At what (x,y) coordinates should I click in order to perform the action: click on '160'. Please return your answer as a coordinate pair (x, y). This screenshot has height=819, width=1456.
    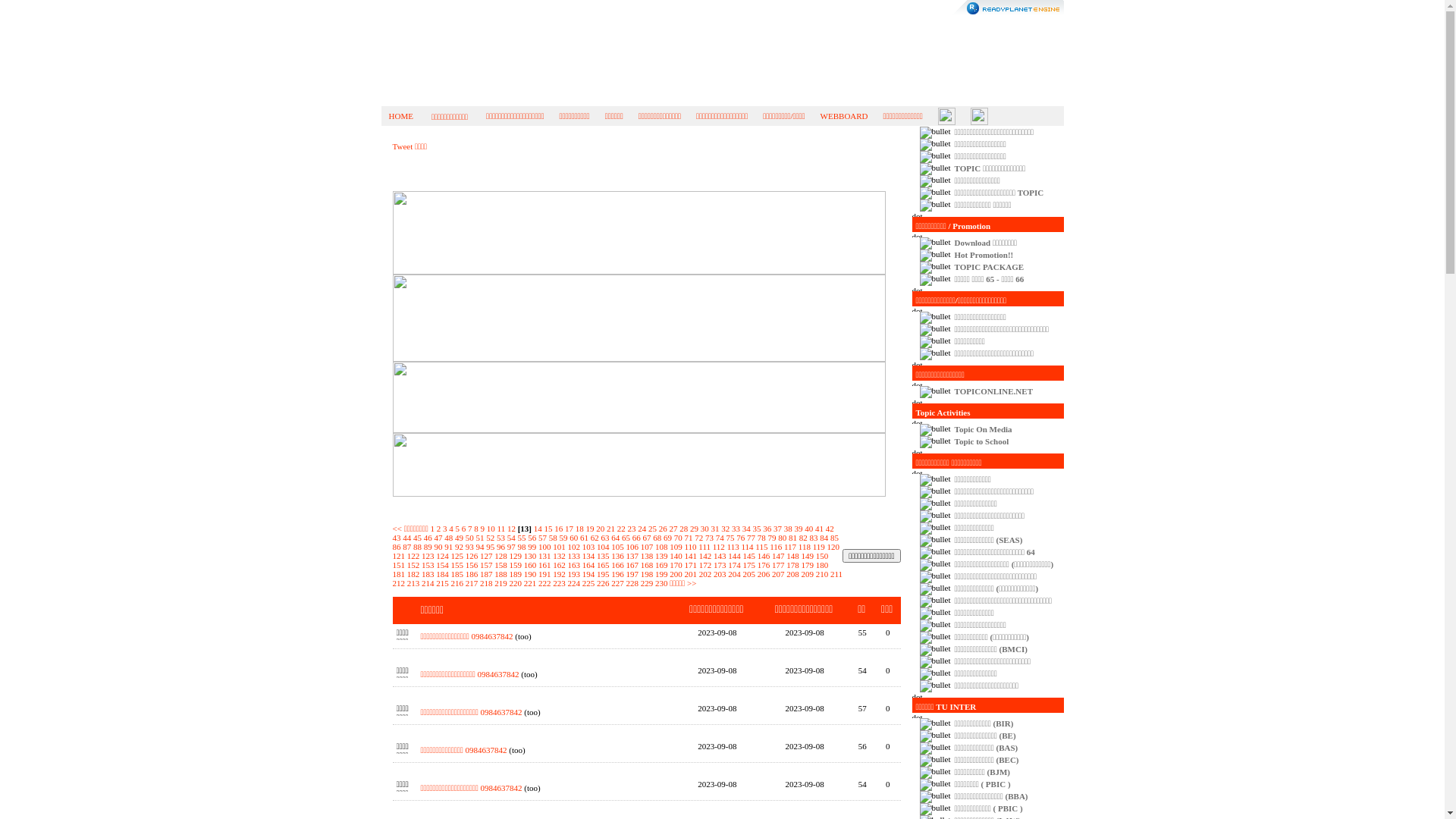
    Looking at the image, I should click on (530, 564).